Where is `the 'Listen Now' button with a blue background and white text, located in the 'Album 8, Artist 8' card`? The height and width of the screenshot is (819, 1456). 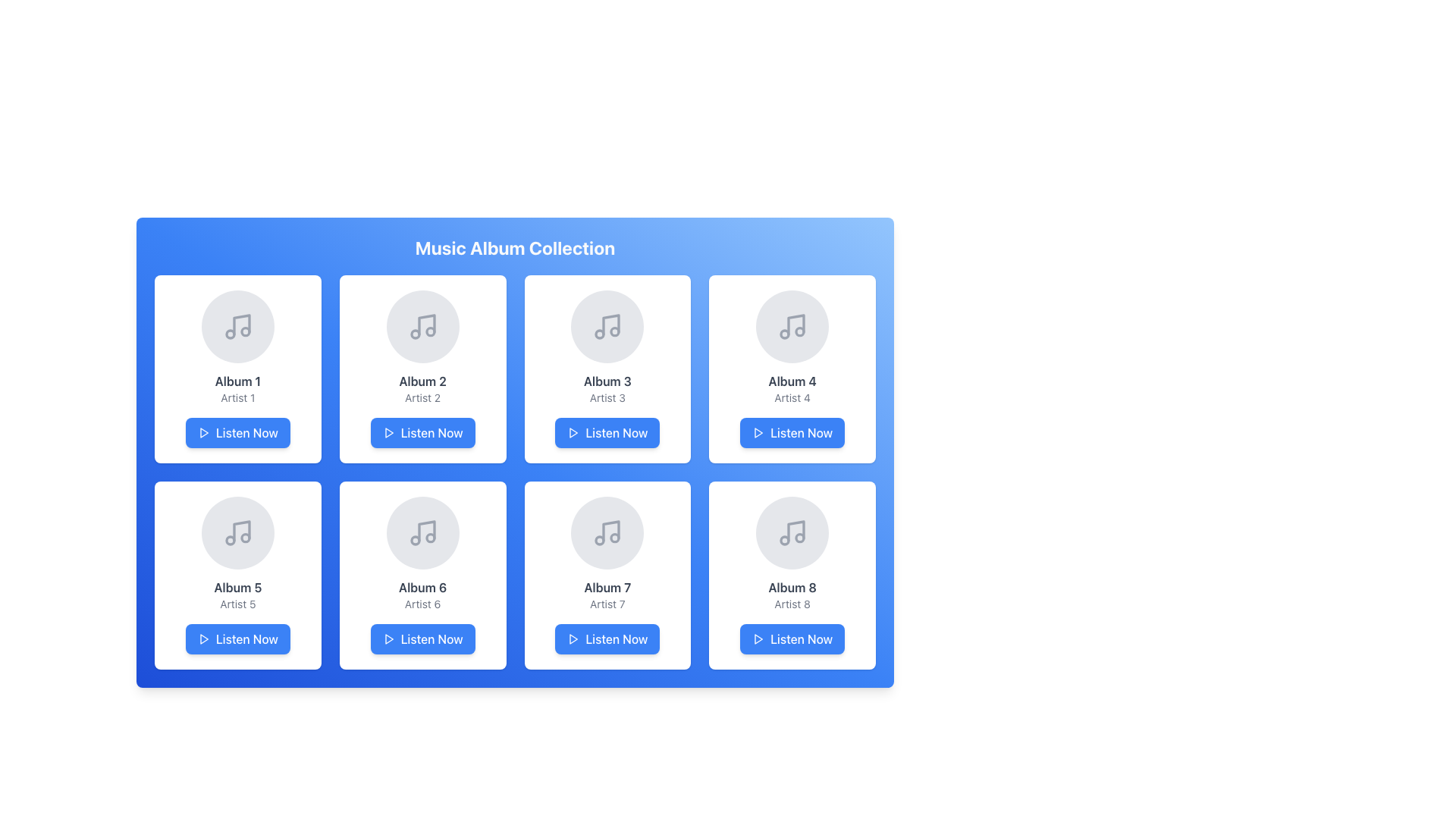
the 'Listen Now' button with a blue background and white text, located in the 'Album 8, Artist 8' card is located at coordinates (792, 639).